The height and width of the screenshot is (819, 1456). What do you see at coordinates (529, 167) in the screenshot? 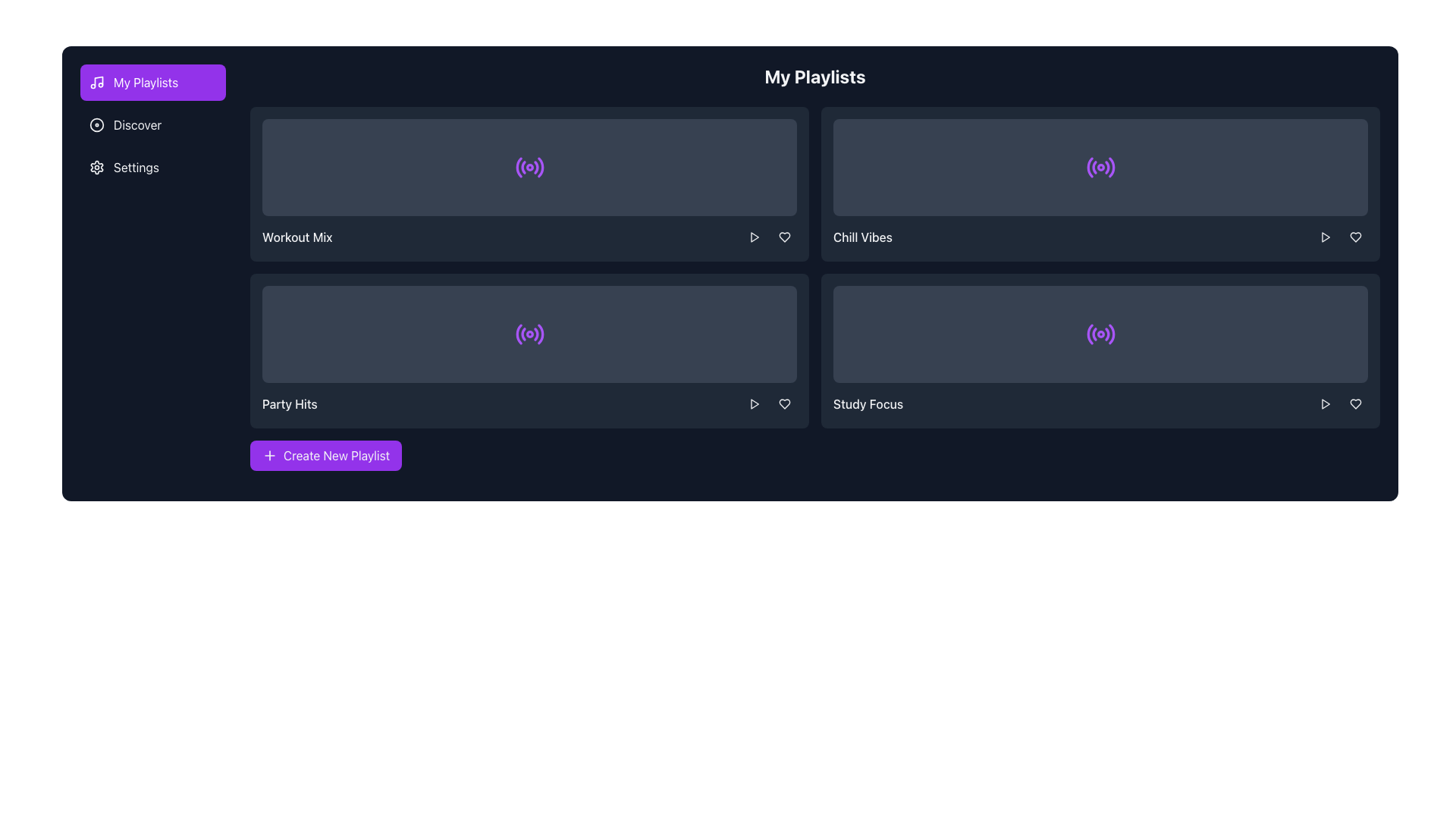
I see `the dark gray rectangular block labeled 'Workout Mix' in the 'My Playlists' section` at bounding box center [529, 167].